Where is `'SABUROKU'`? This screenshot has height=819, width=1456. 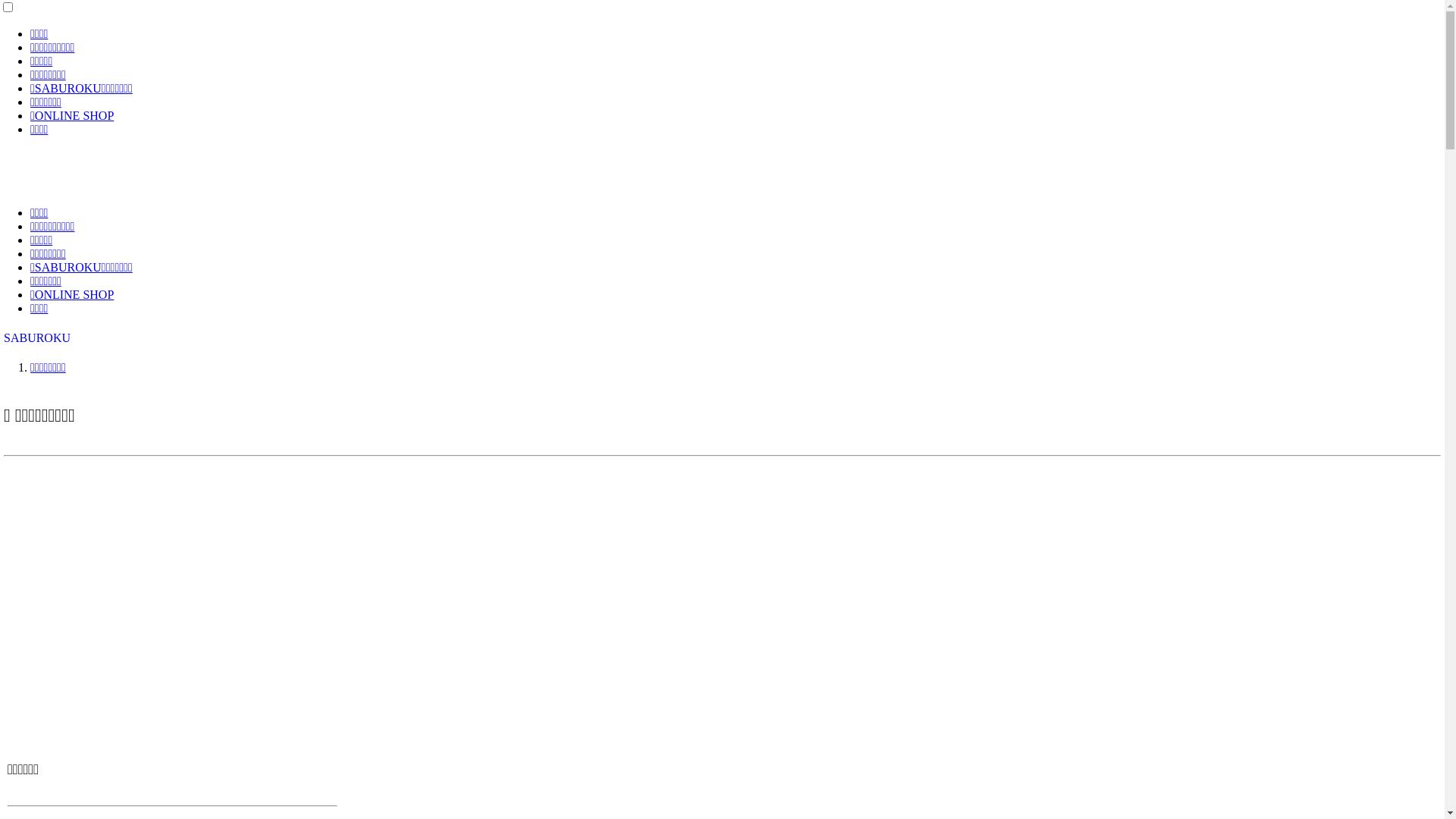
'SABUROKU' is located at coordinates (36, 337).